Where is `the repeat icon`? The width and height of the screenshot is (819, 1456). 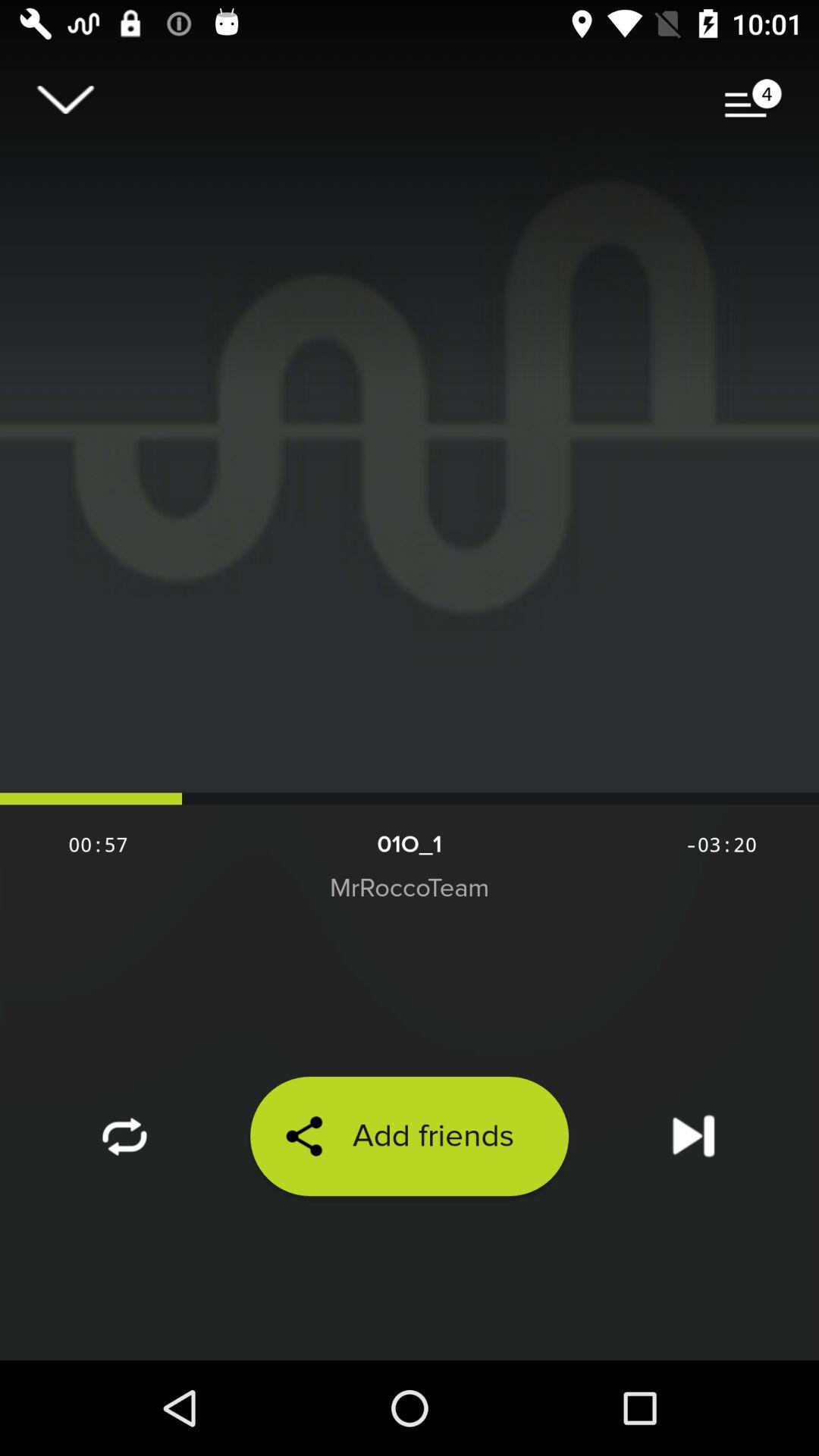 the repeat icon is located at coordinates (124, 1216).